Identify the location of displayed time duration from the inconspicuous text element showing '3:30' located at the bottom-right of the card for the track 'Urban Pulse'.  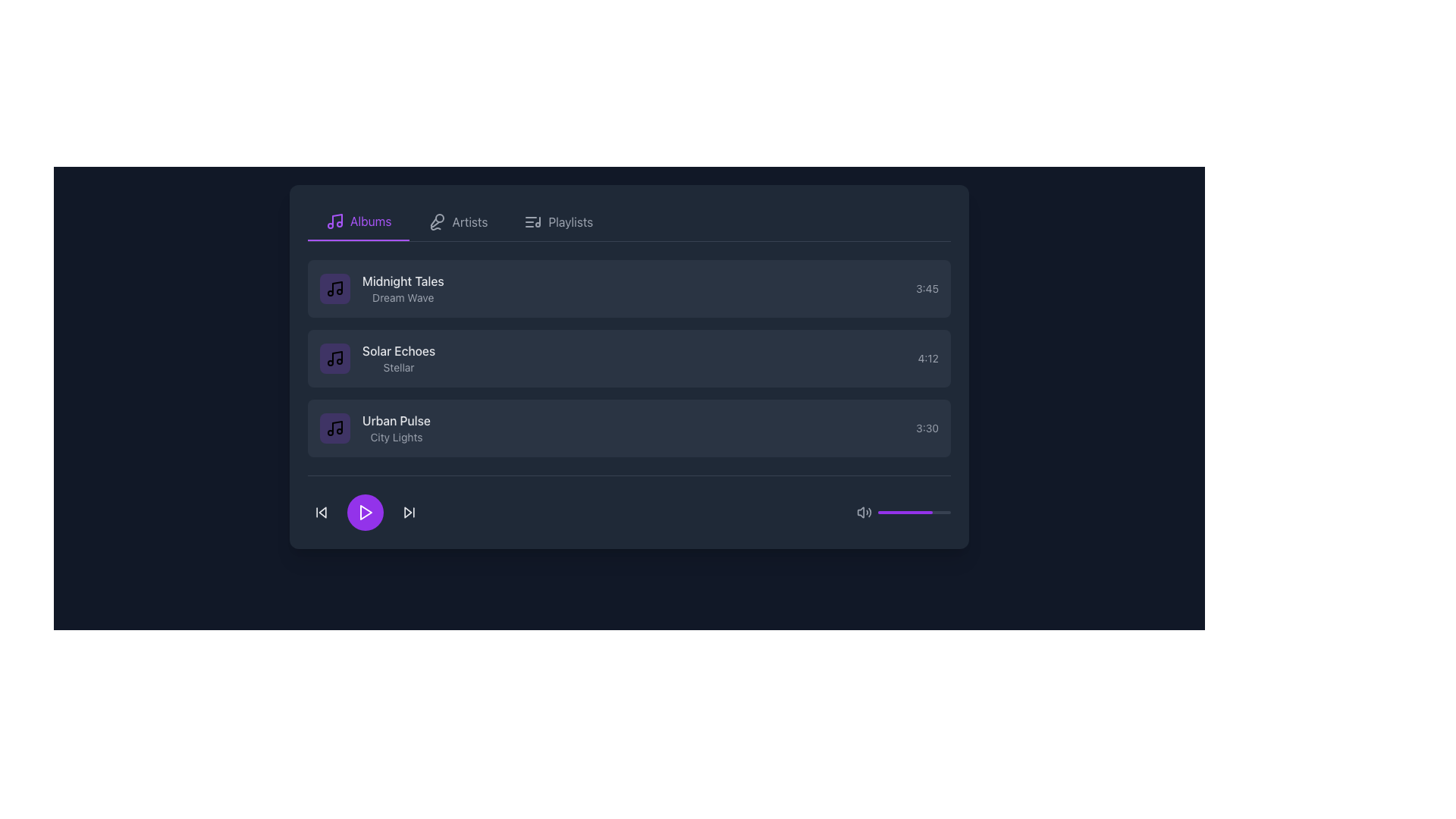
(927, 428).